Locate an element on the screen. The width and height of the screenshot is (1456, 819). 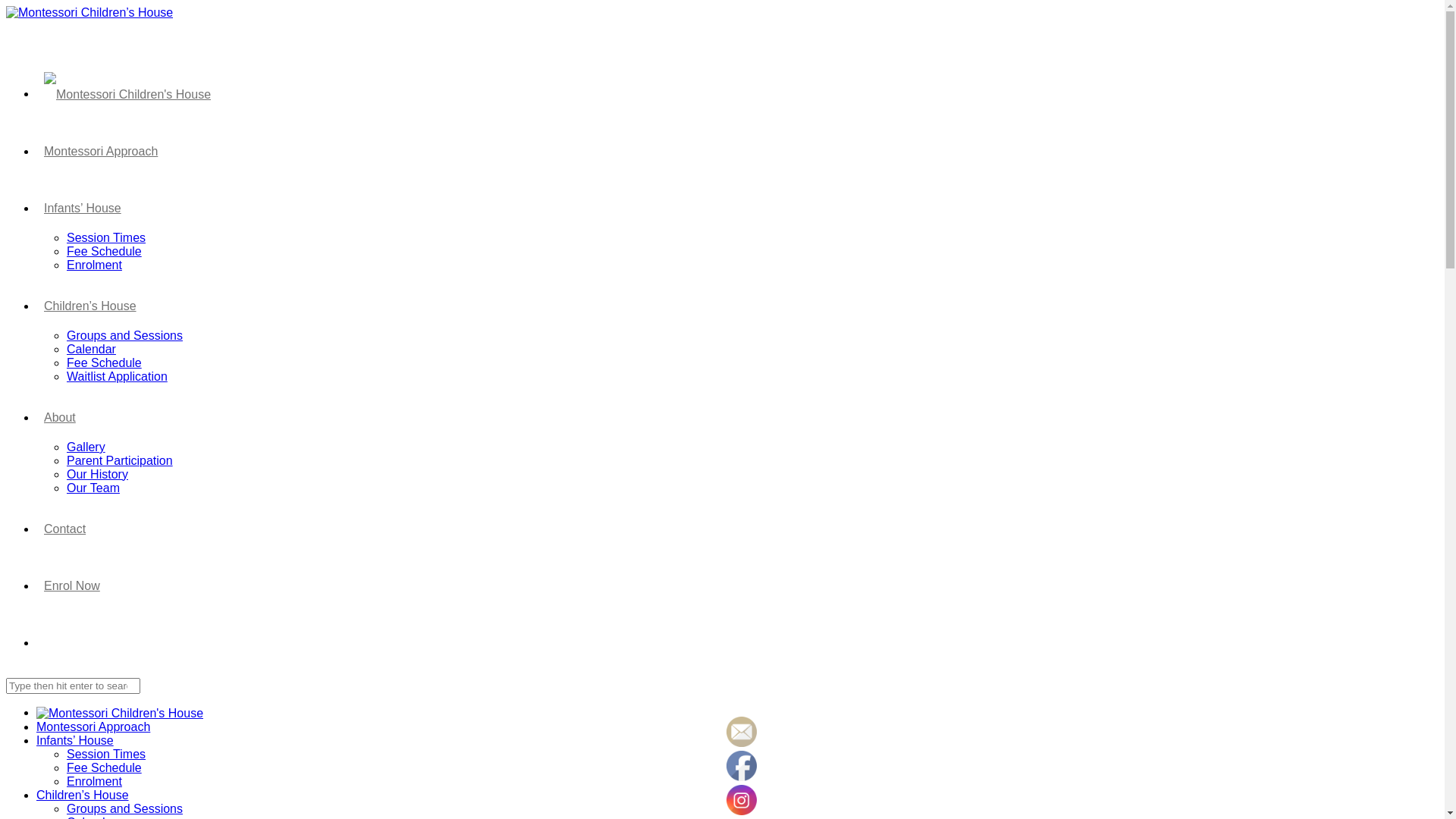
'Contact' is located at coordinates (64, 526).